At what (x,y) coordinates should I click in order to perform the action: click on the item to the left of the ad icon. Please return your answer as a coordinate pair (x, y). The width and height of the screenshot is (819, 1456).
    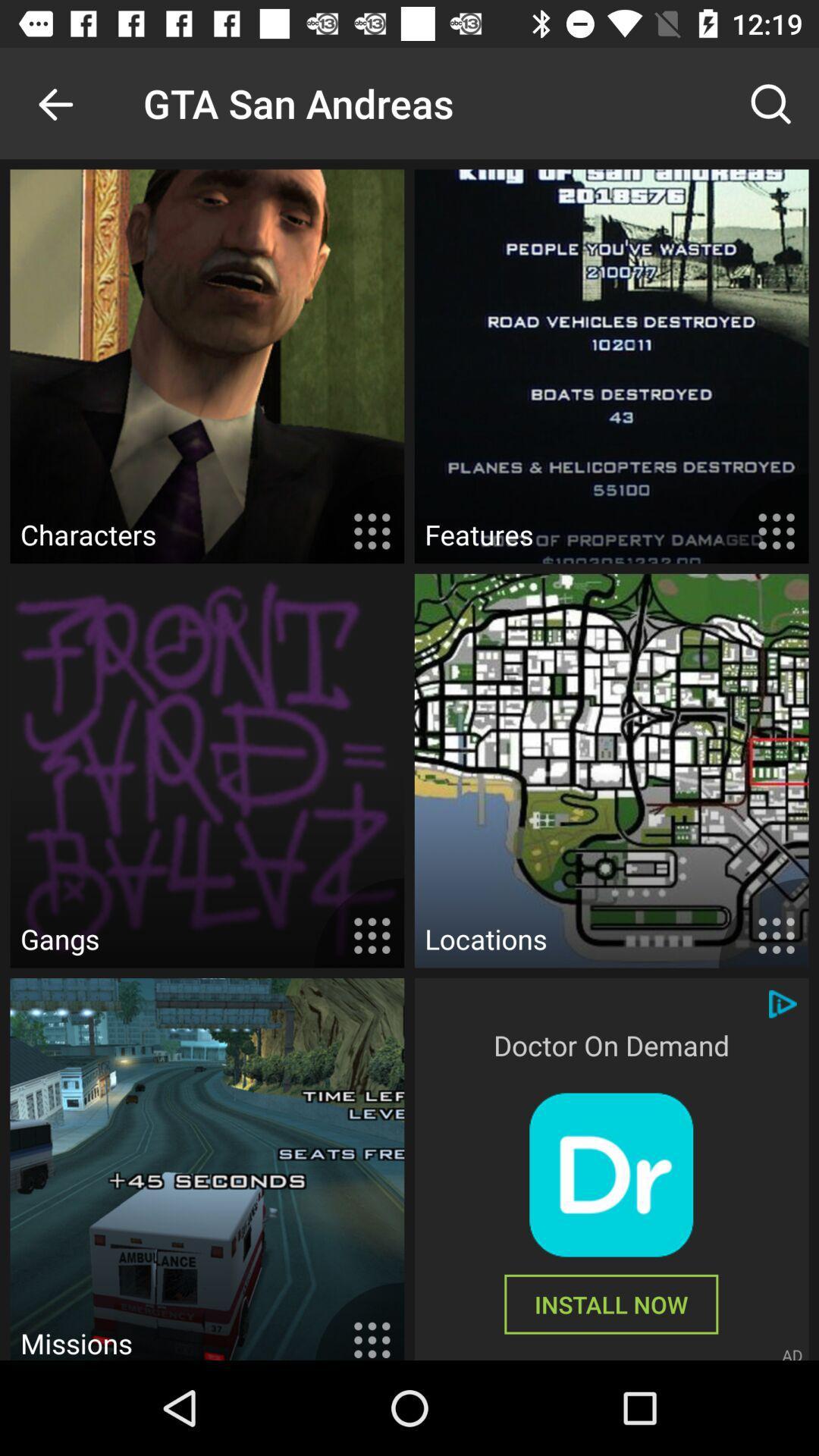
    Looking at the image, I should click on (610, 1304).